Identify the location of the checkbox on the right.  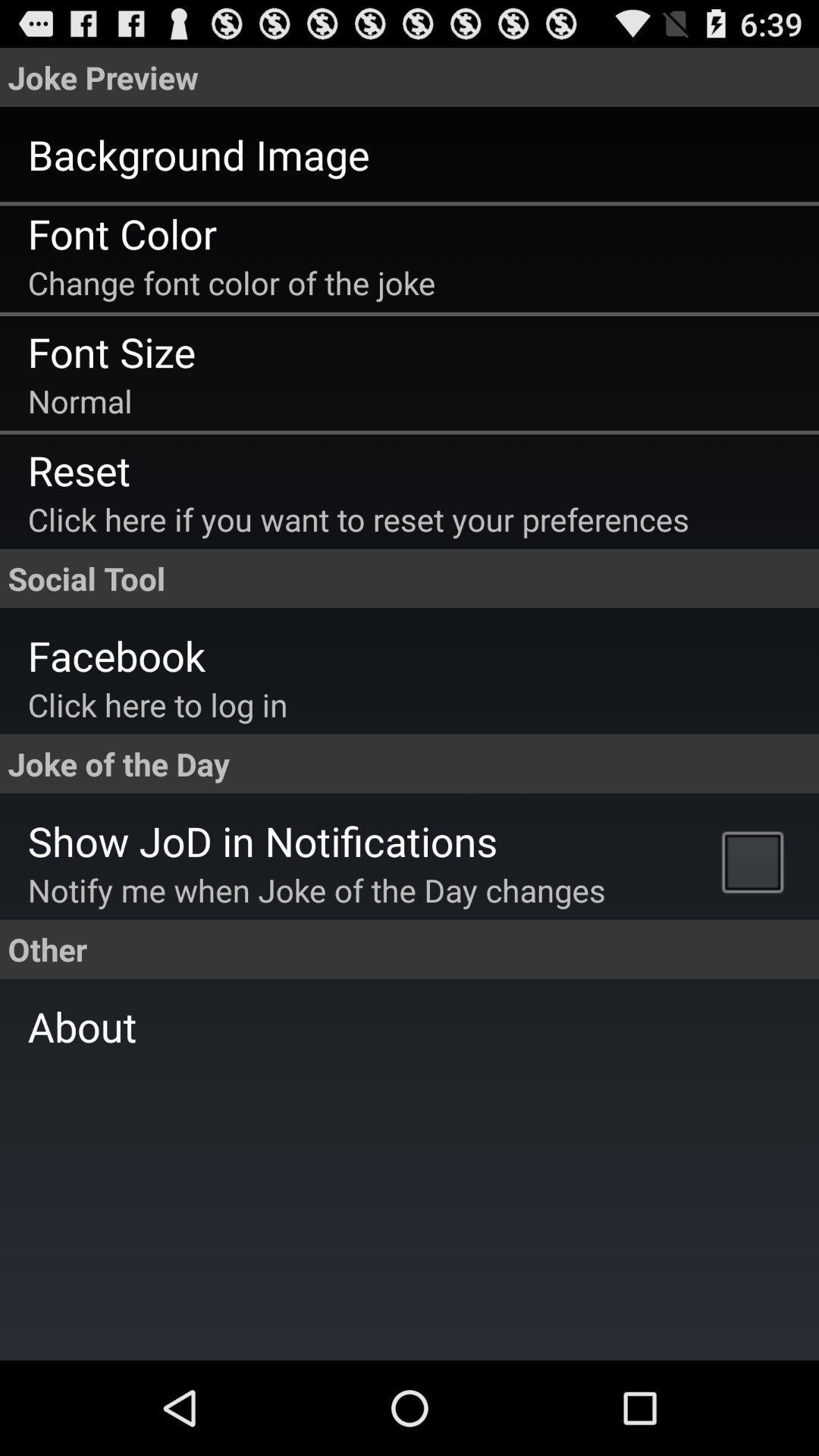
(756, 861).